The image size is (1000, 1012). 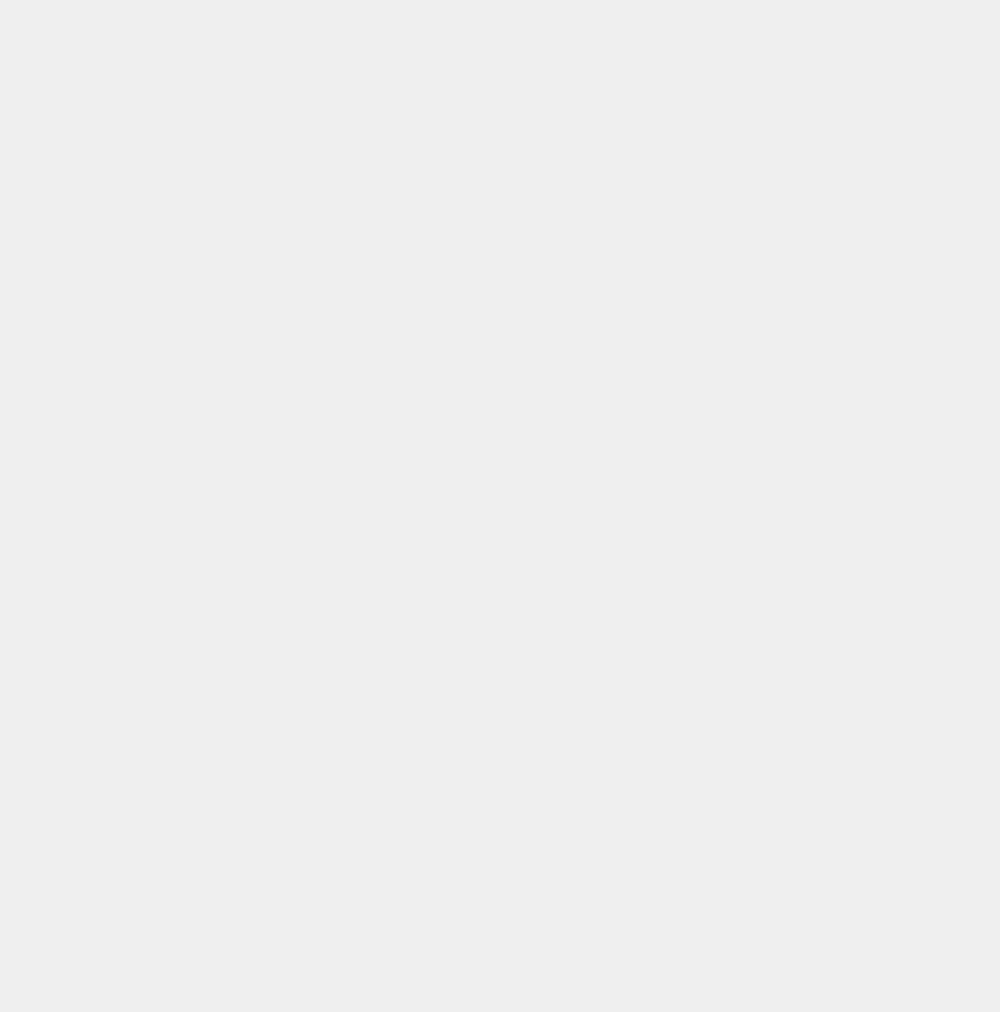 I want to click on 'CORPORATE SOCIAL RESPONSIBILITY', so click(x=79, y=121).